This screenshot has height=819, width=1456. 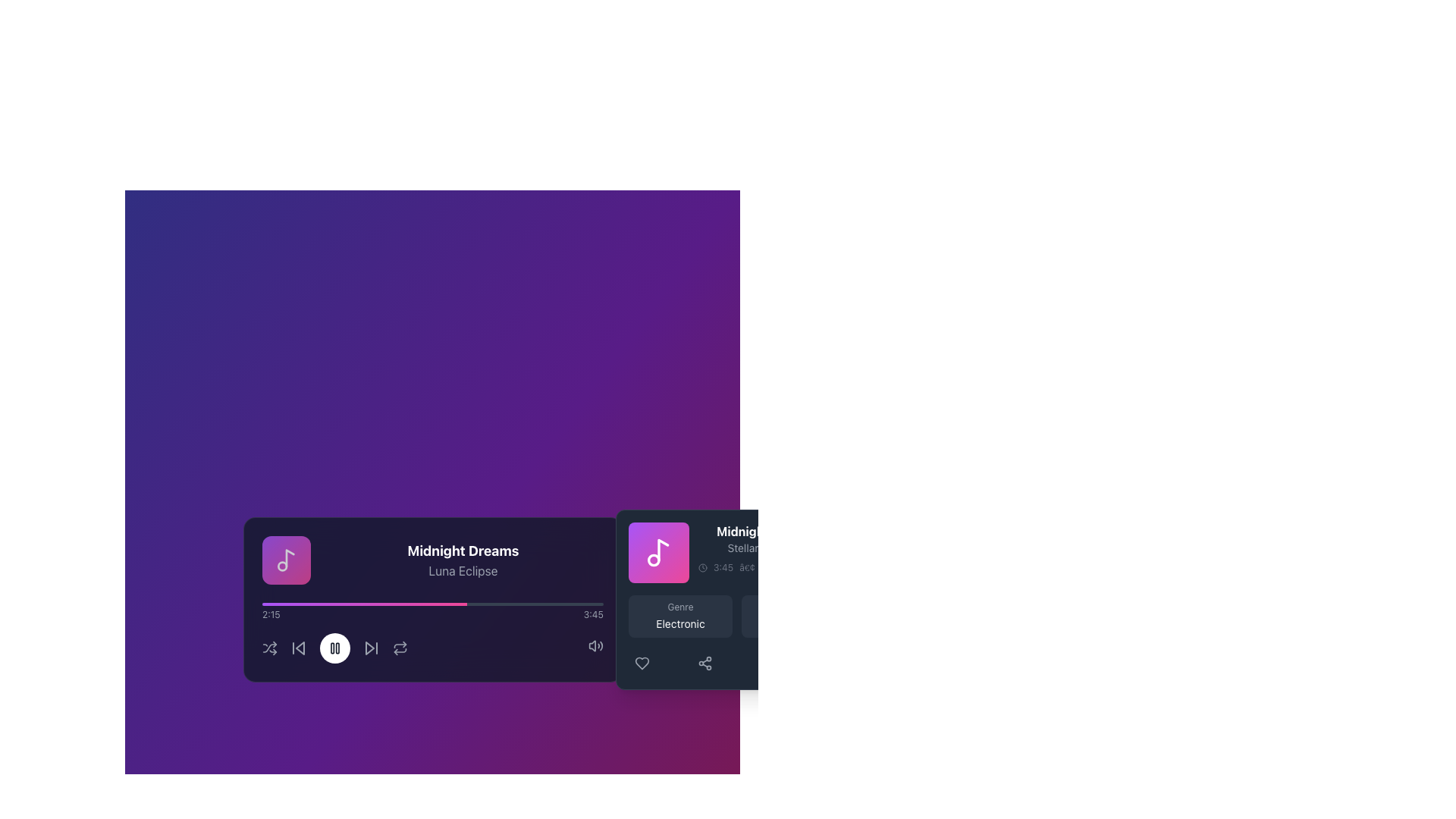 I want to click on current playback time displayed as '2:15' from the light gray text label located near the bottom left corner of the music player interface, so click(x=271, y=614).